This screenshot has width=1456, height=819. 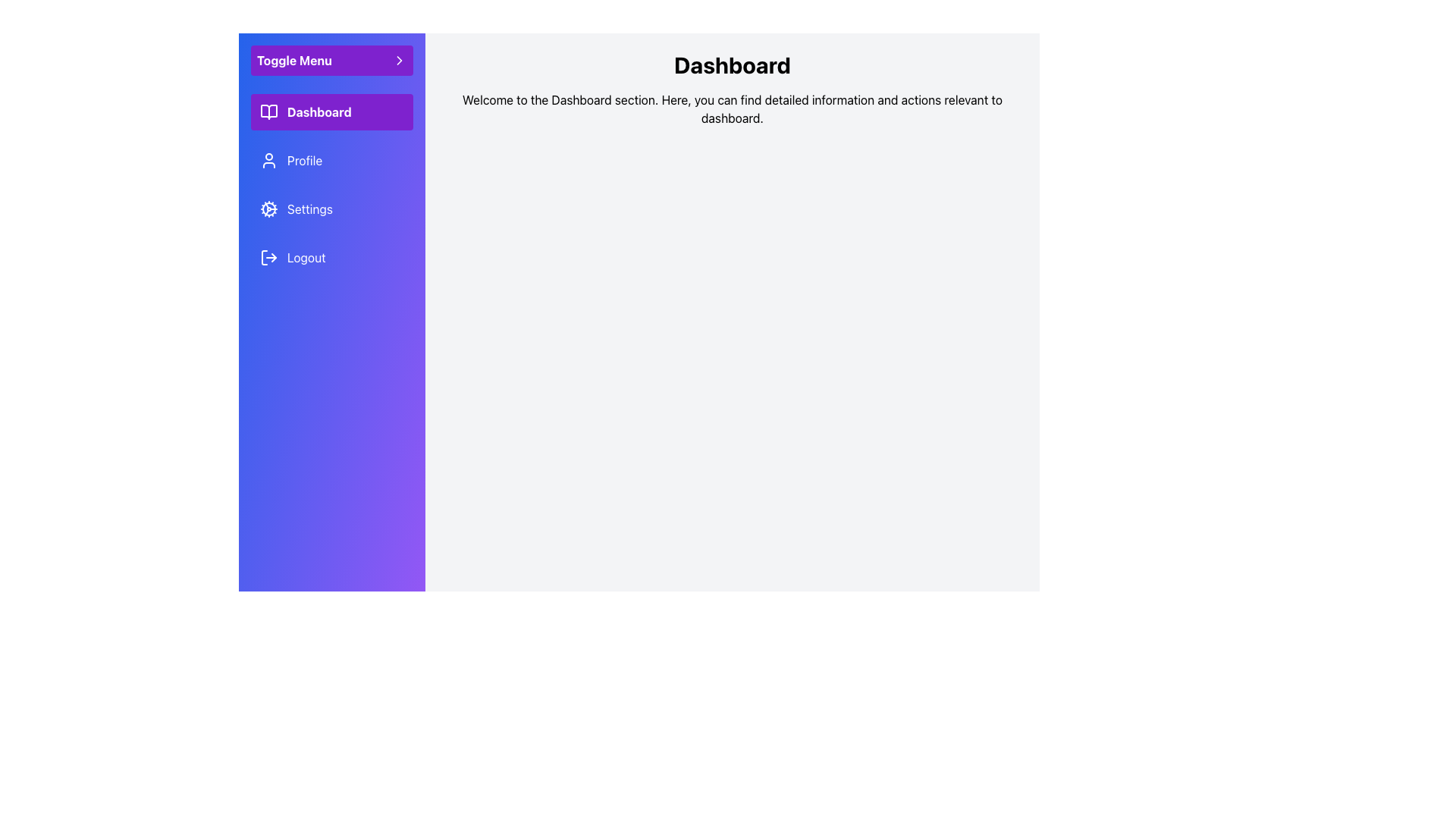 I want to click on the navigational button with an icon and text label located in the vertical navigation sidebar, so click(x=331, y=111).